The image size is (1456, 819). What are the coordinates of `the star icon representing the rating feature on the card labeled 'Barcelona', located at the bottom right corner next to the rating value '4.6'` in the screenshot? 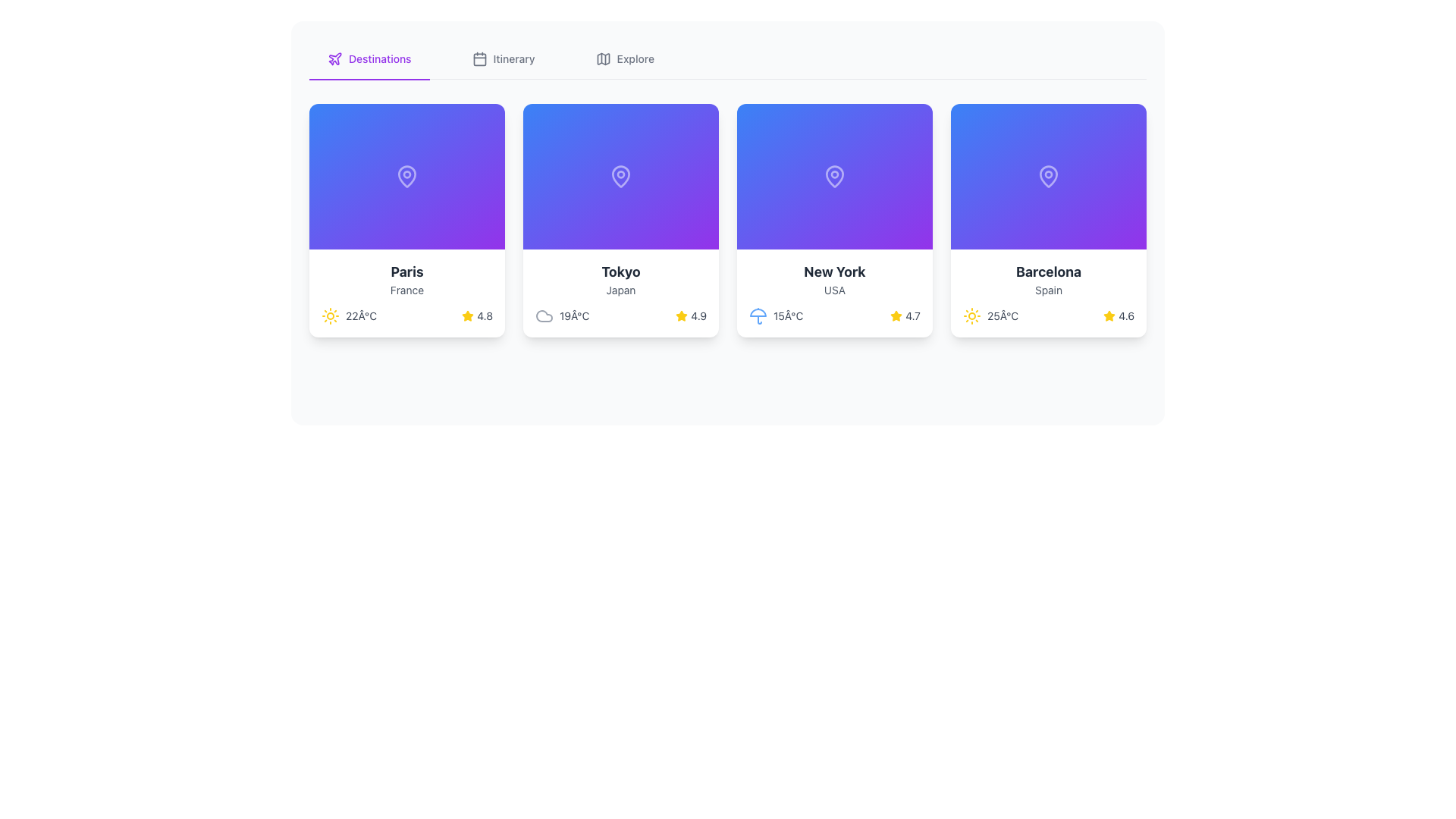 It's located at (1109, 315).